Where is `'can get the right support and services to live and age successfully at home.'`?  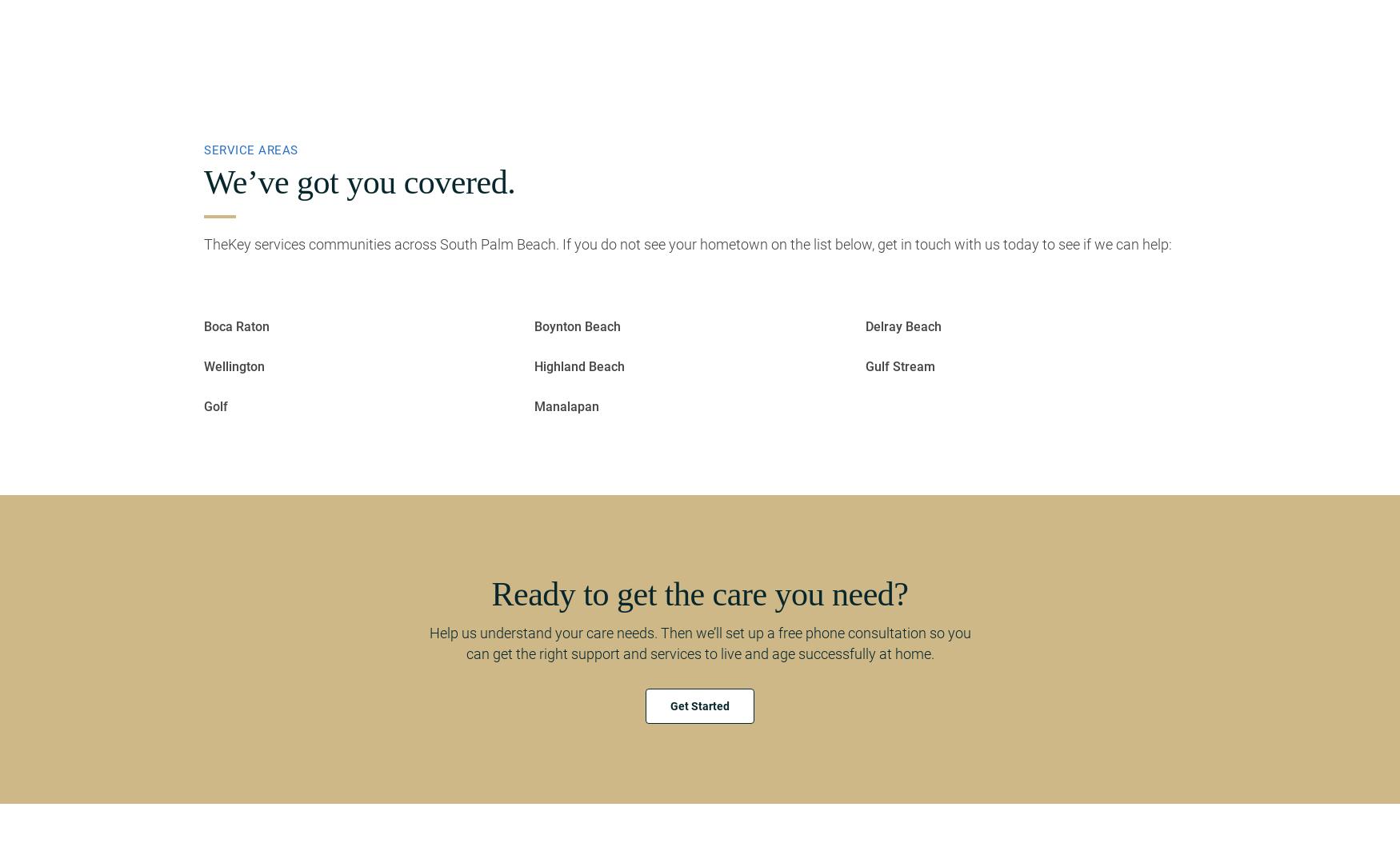 'can get the right support and services to live and age successfully at home.' is located at coordinates (699, 653).